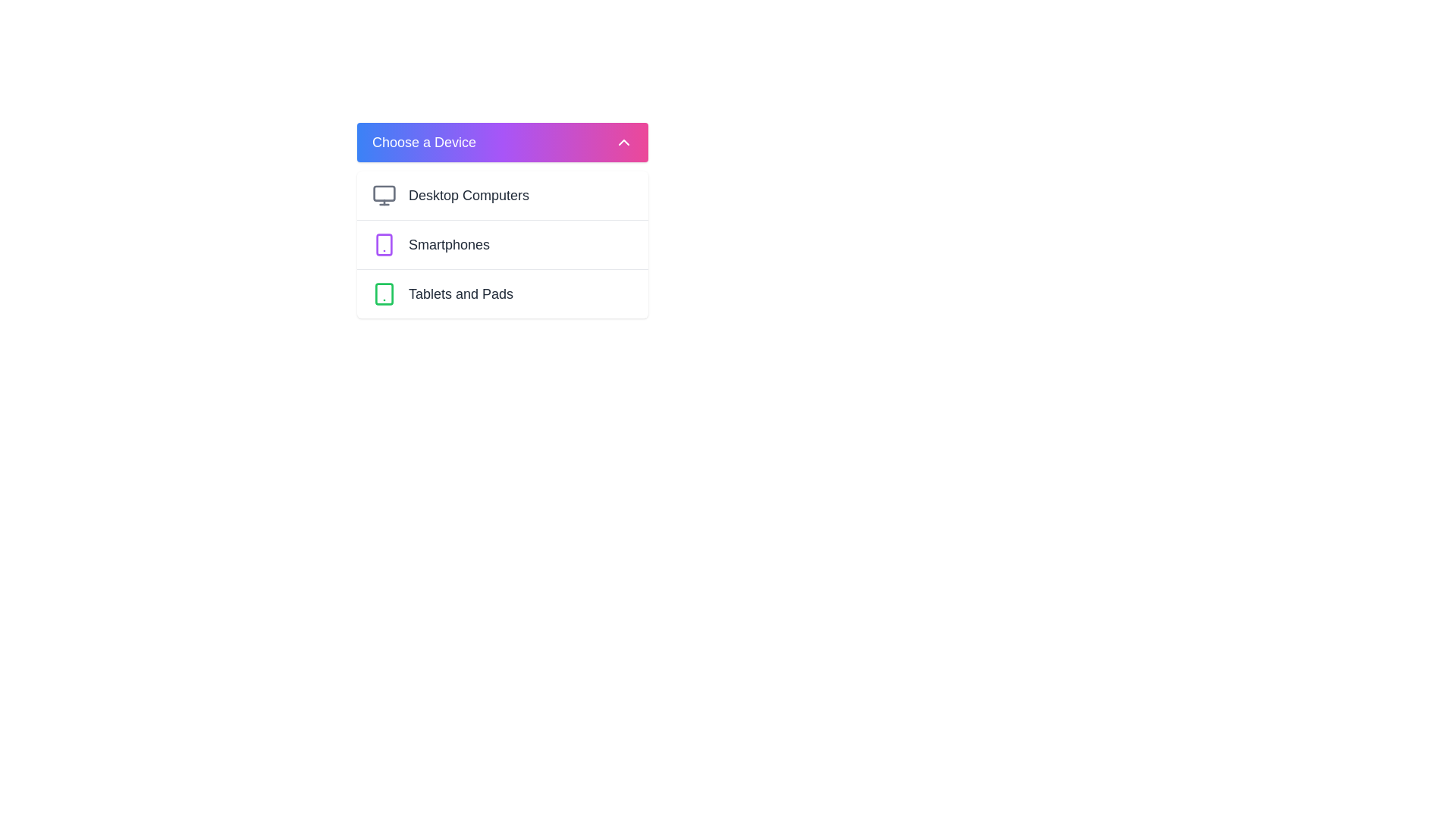  What do you see at coordinates (468, 195) in the screenshot?
I see `the text label indicating 'Desktop Computers' in the dropdown list under 'Choose a Device'` at bounding box center [468, 195].